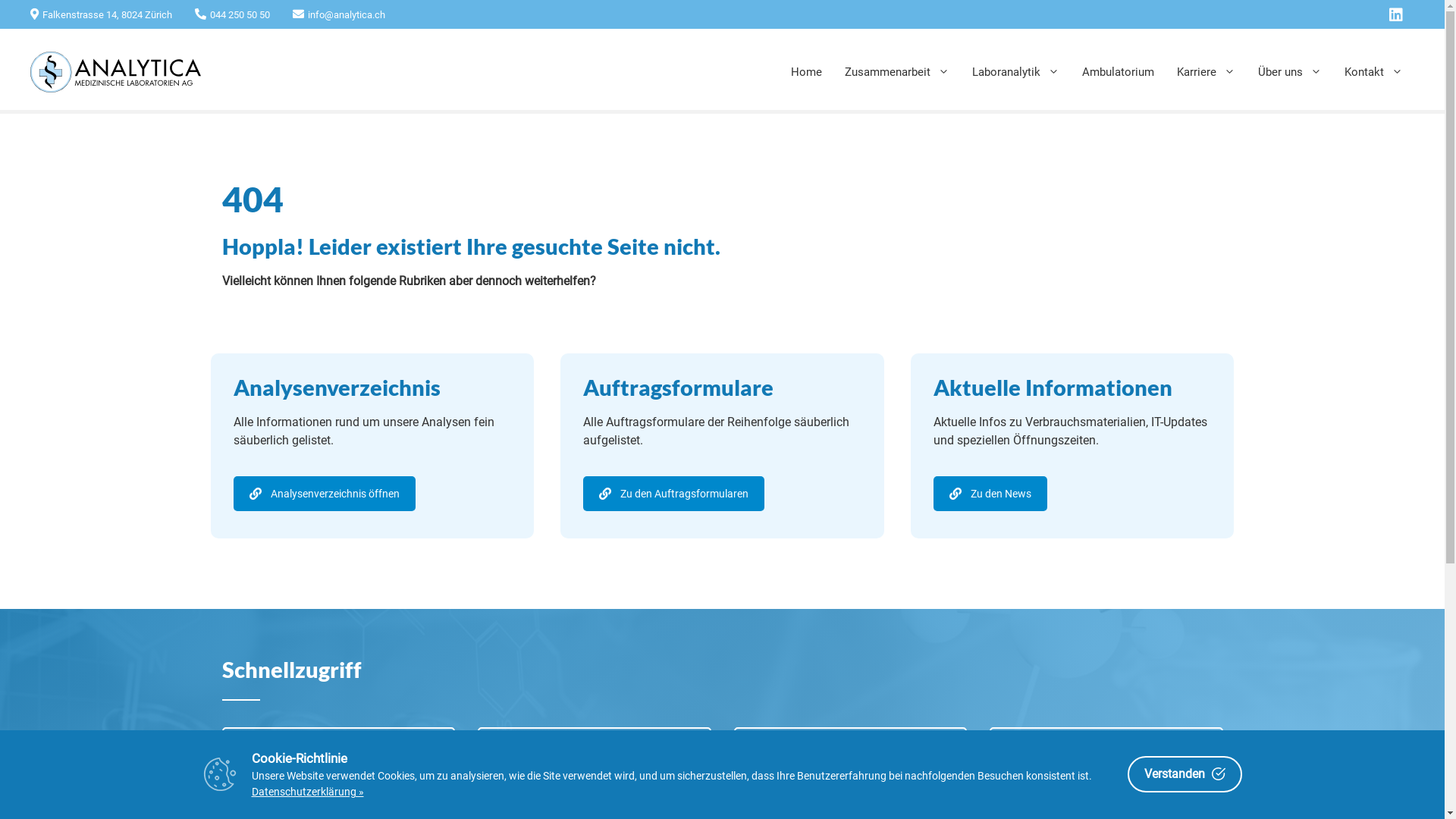 This screenshot has width=1456, height=819. I want to click on 'Karriere', so click(1205, 72).